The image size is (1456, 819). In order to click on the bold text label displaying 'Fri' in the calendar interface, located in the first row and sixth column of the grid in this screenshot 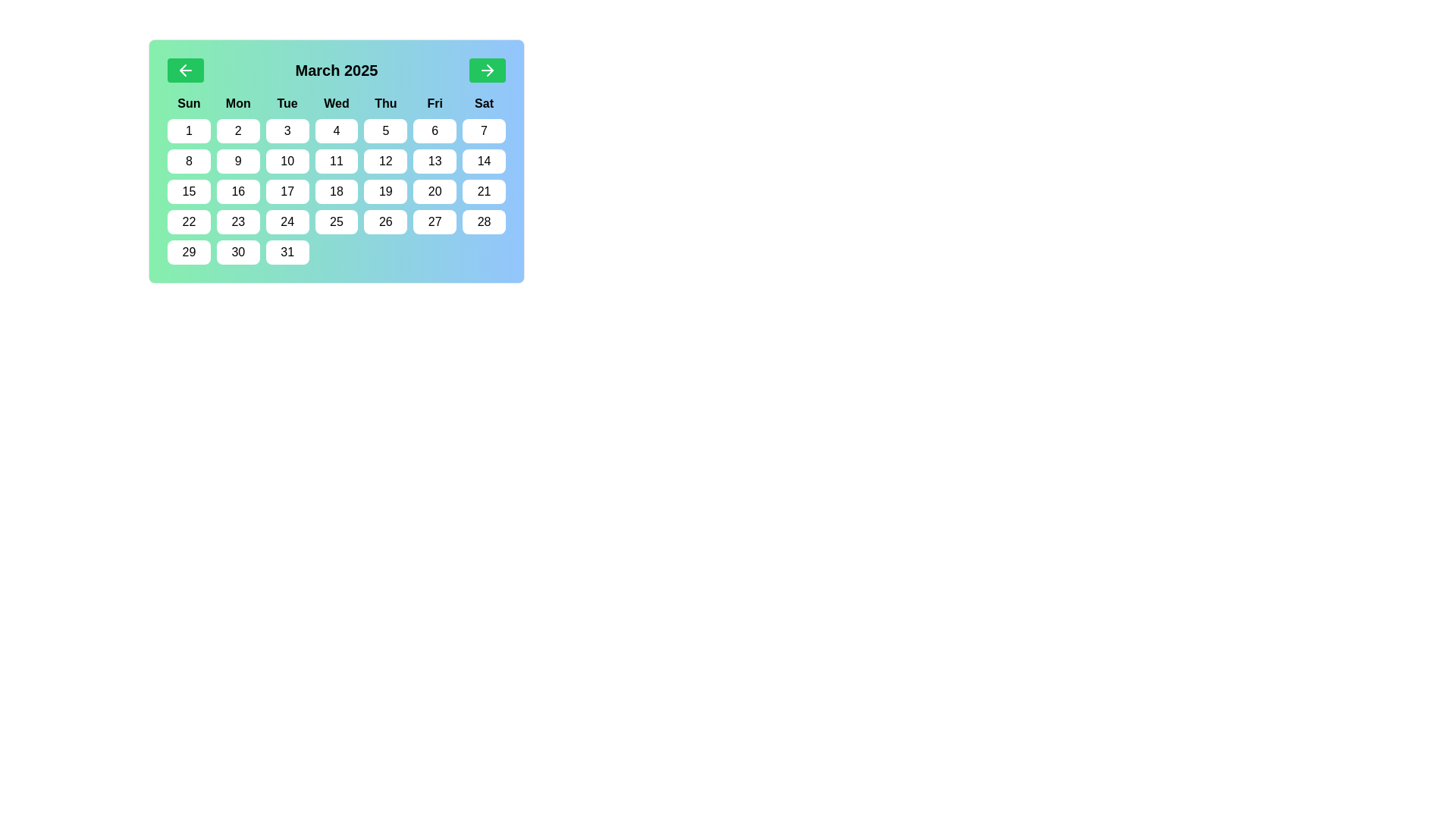, I will do `click(434, 103)`.